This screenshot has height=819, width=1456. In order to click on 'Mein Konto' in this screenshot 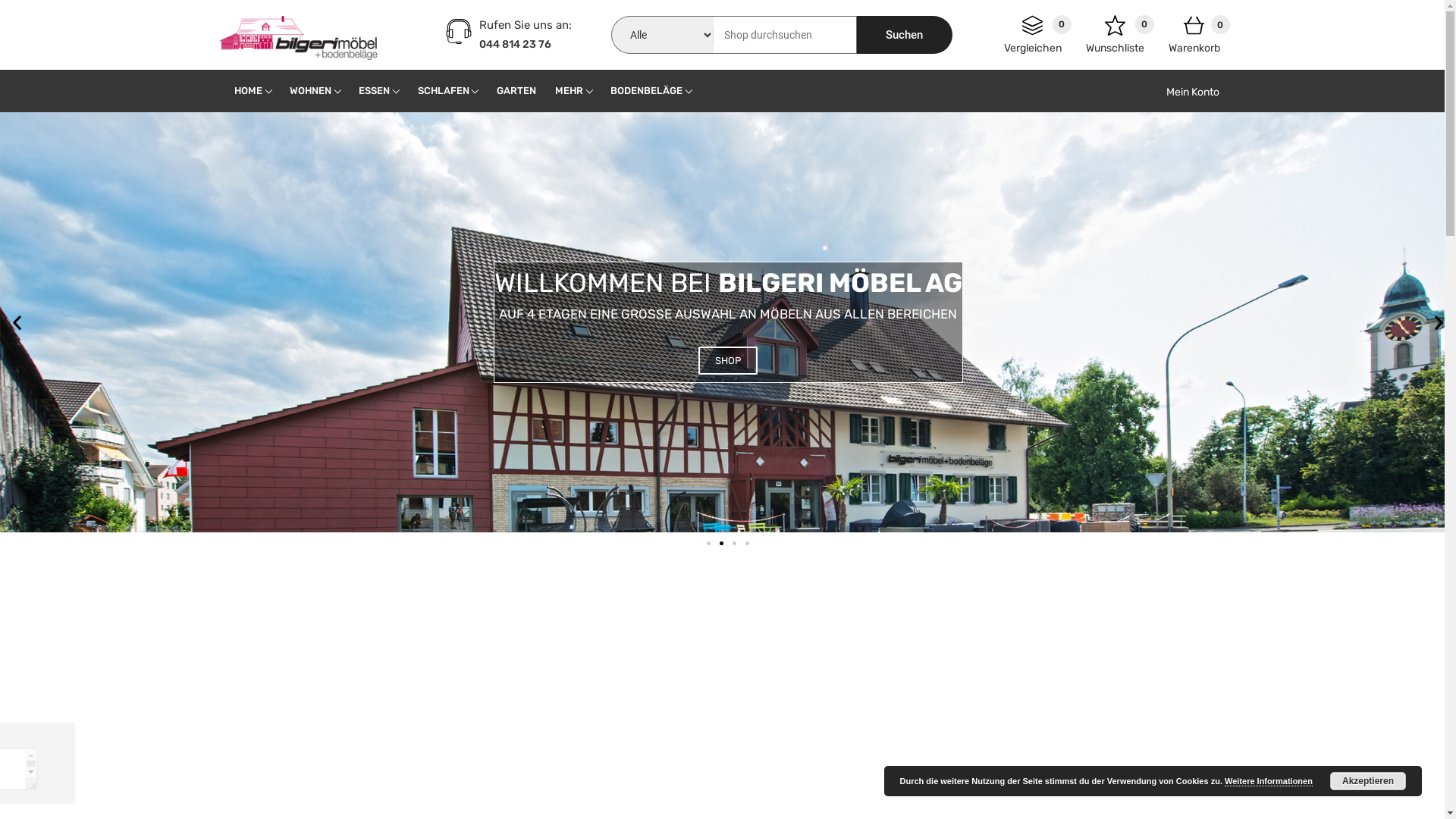, I will do `click(1185, 92)`.